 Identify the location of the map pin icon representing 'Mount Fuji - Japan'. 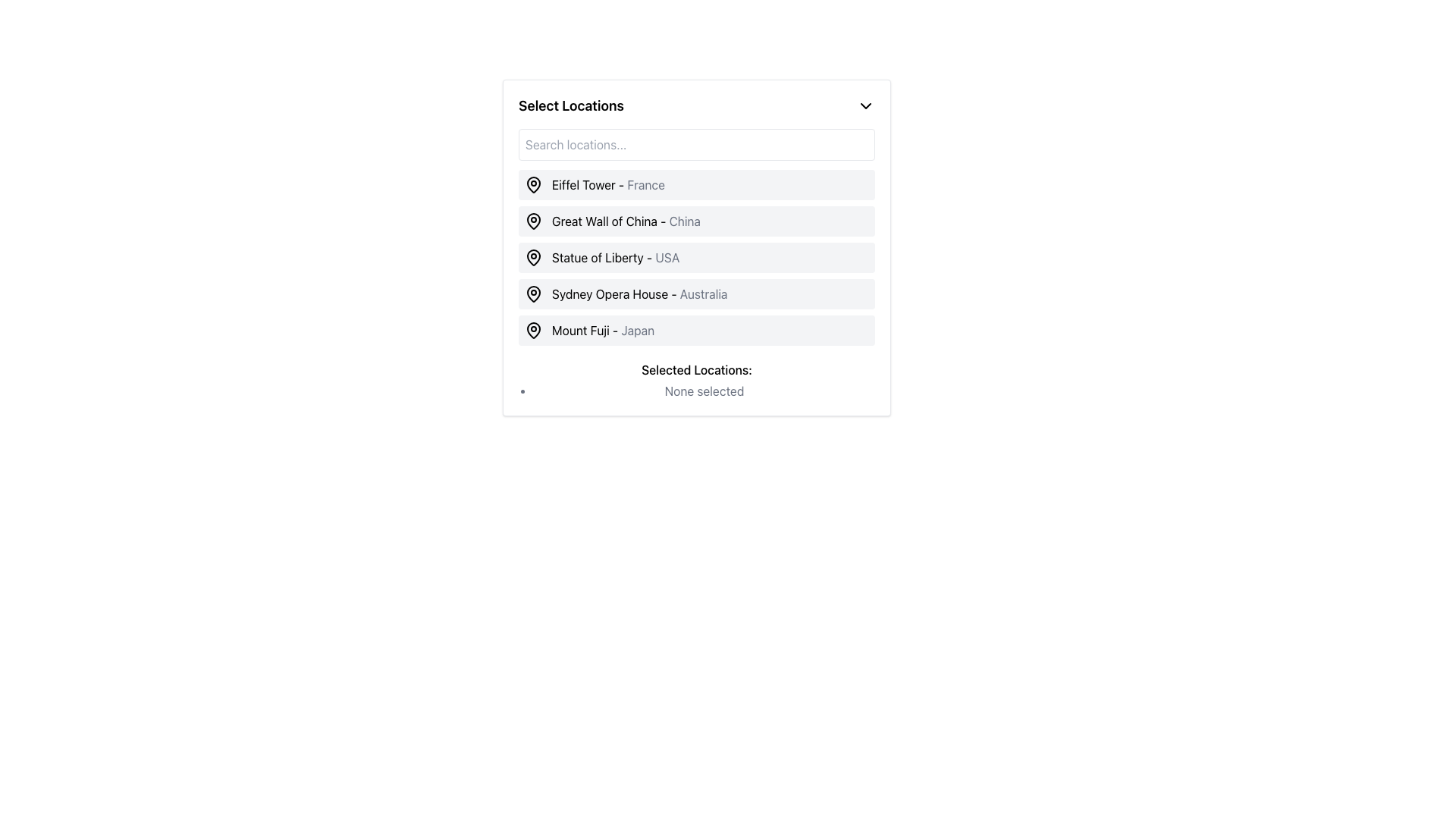
(534, 329).